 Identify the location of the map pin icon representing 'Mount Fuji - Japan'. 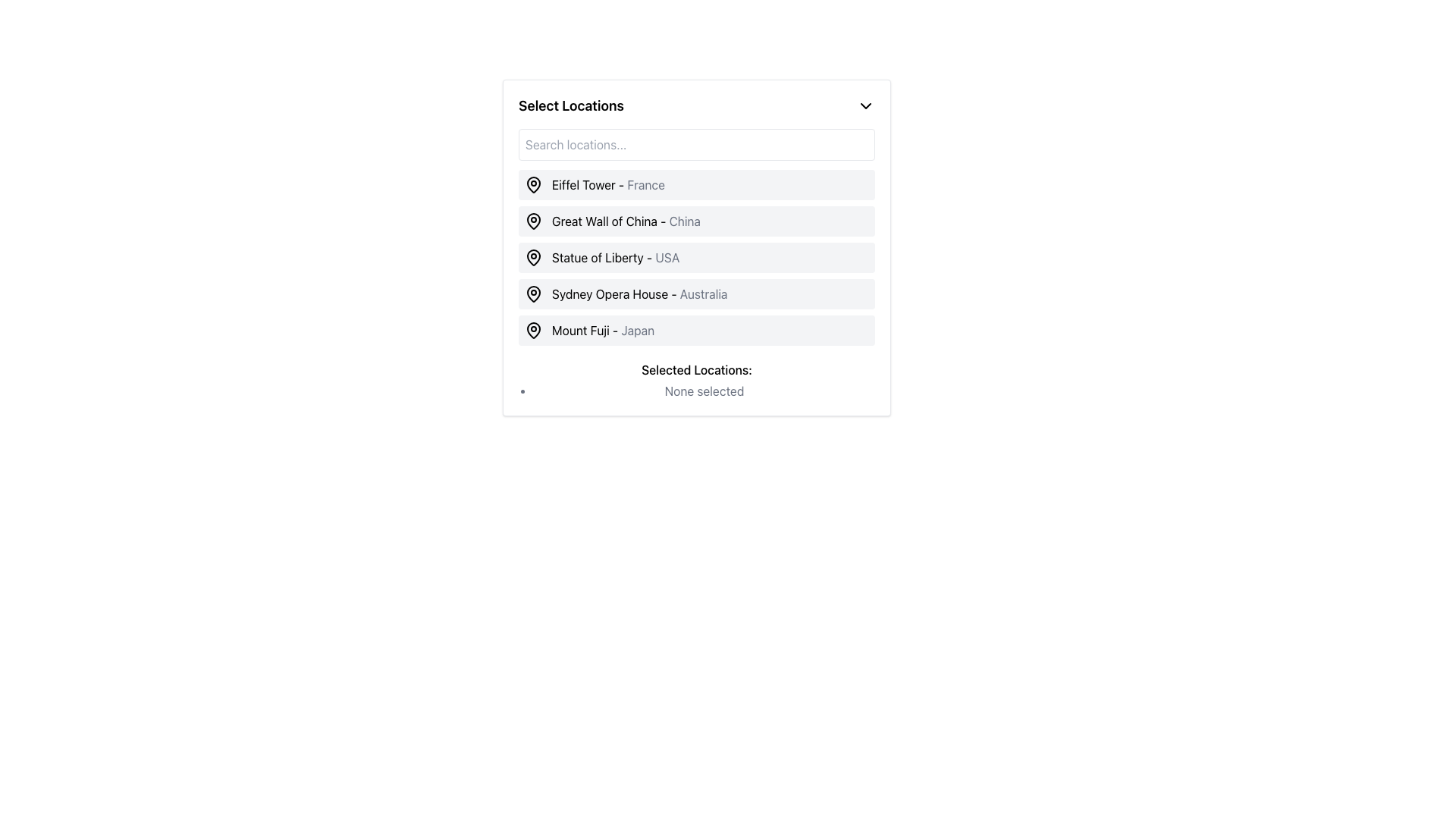
(534, 329).